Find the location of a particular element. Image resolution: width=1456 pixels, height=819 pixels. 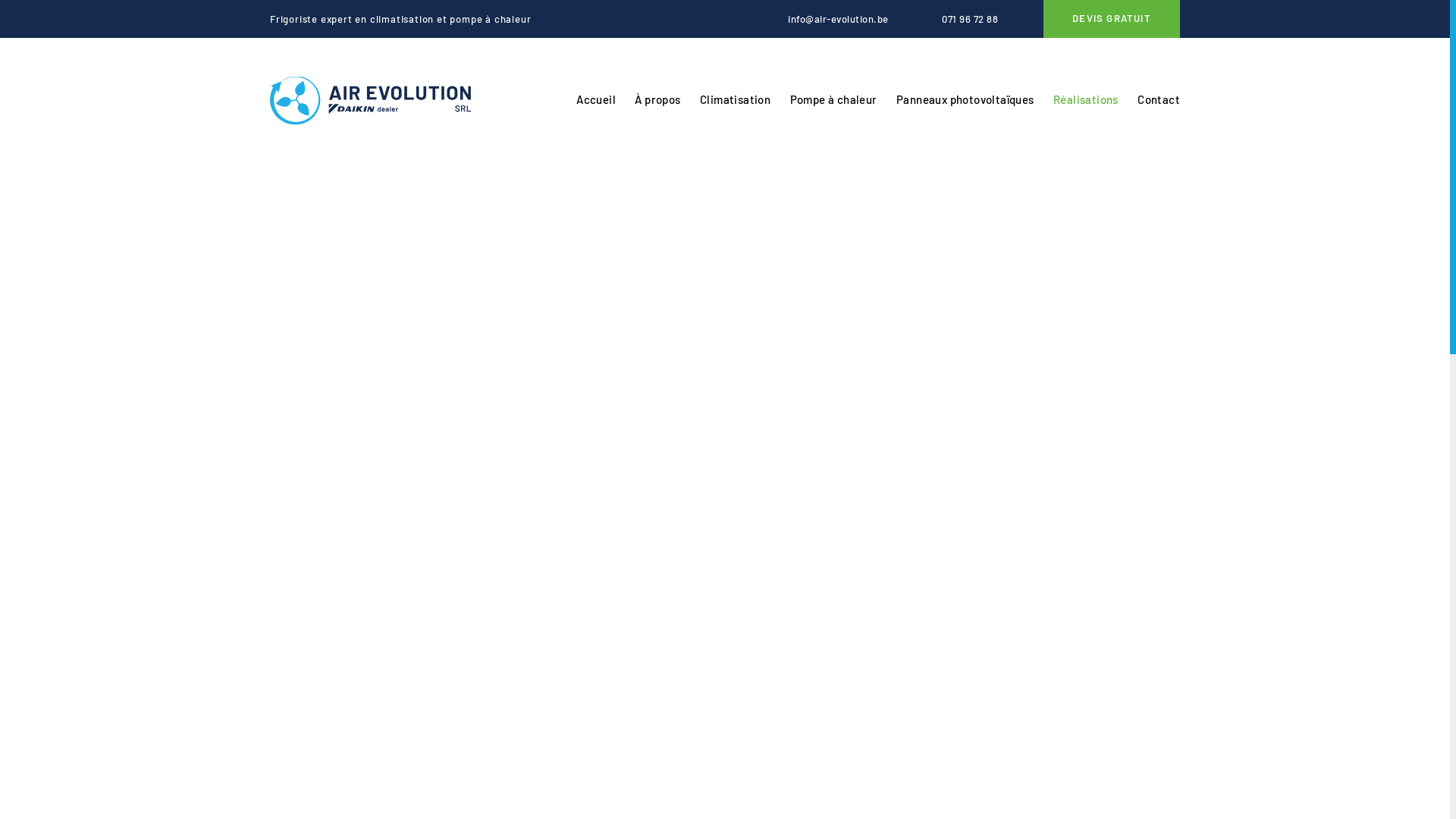

'DEVIS GRATUIT' is located at coordinates (1111, 18).